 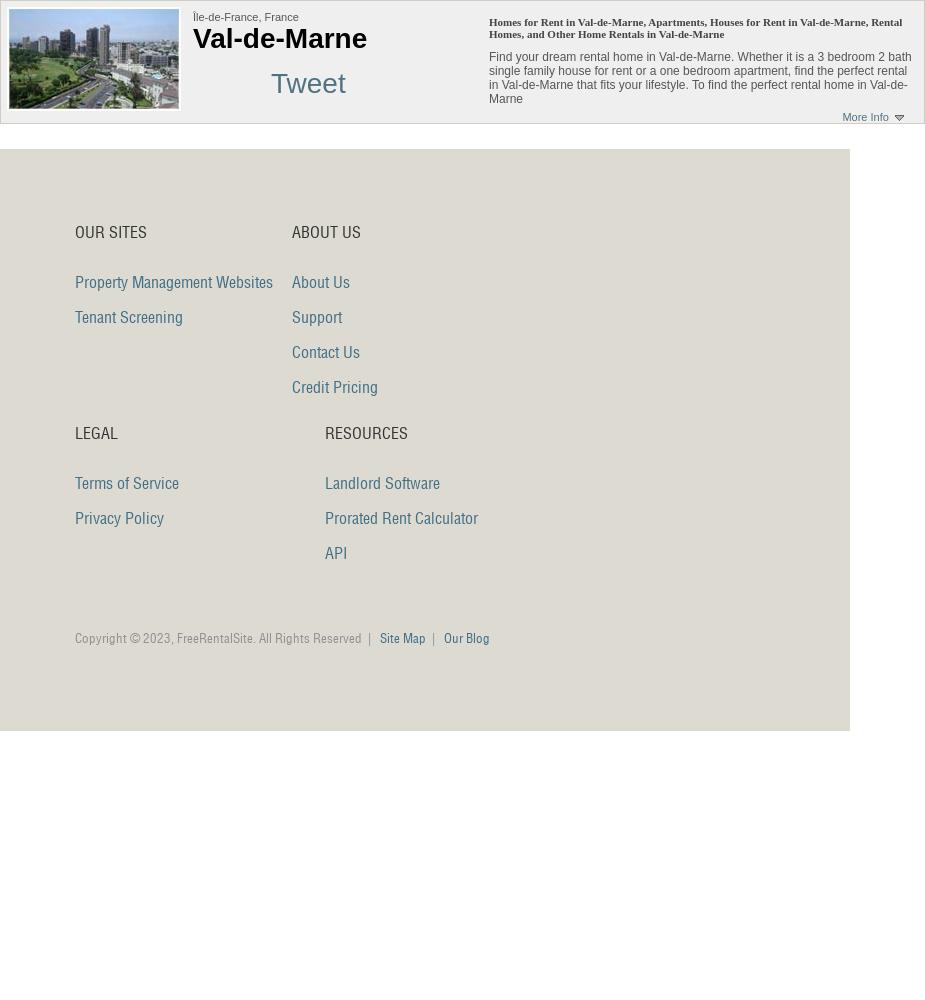 I want to click on 'Legal', so click(x=95, y=433).